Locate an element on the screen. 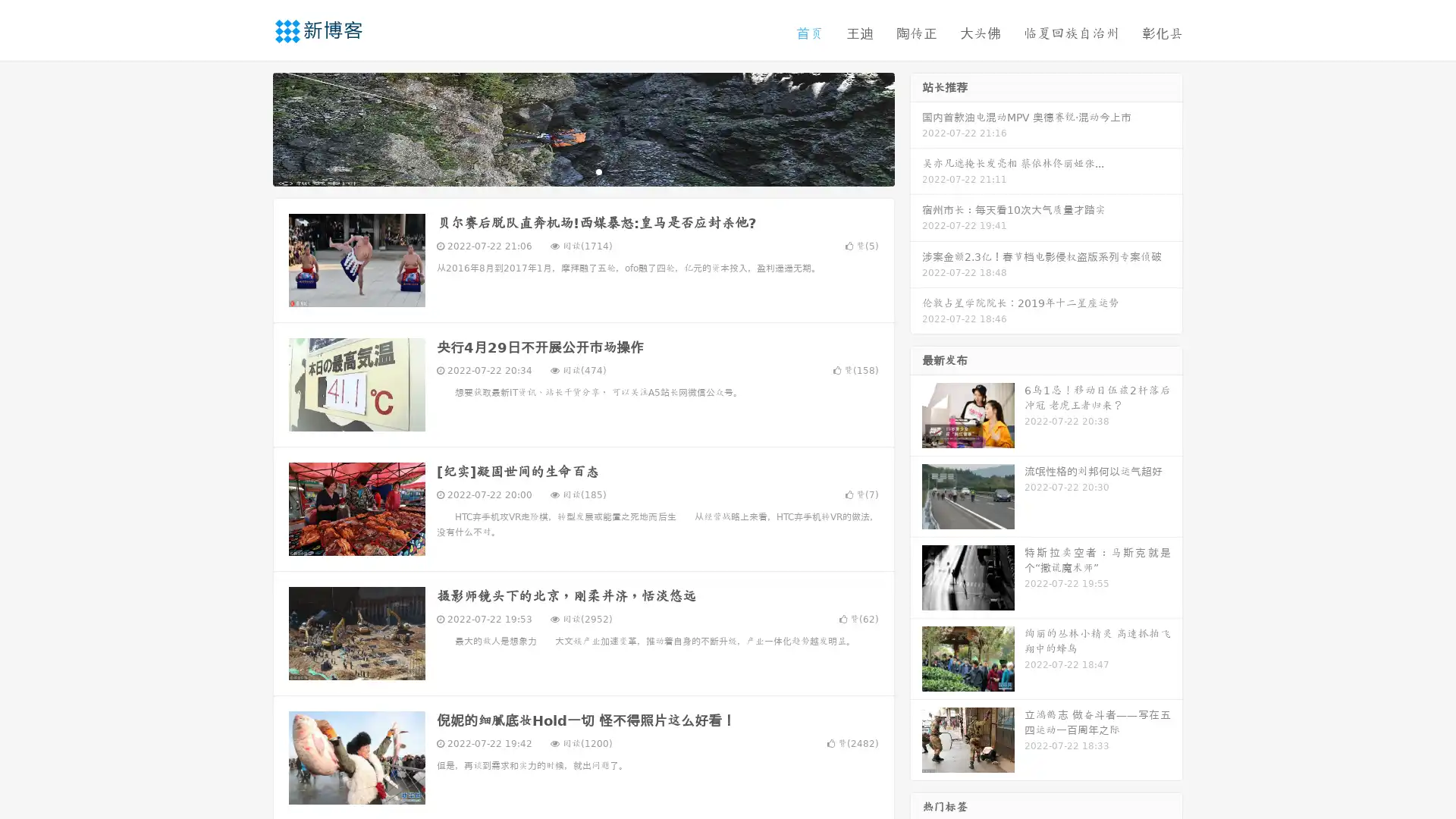  Next slide is located at coordinates (916, 127).